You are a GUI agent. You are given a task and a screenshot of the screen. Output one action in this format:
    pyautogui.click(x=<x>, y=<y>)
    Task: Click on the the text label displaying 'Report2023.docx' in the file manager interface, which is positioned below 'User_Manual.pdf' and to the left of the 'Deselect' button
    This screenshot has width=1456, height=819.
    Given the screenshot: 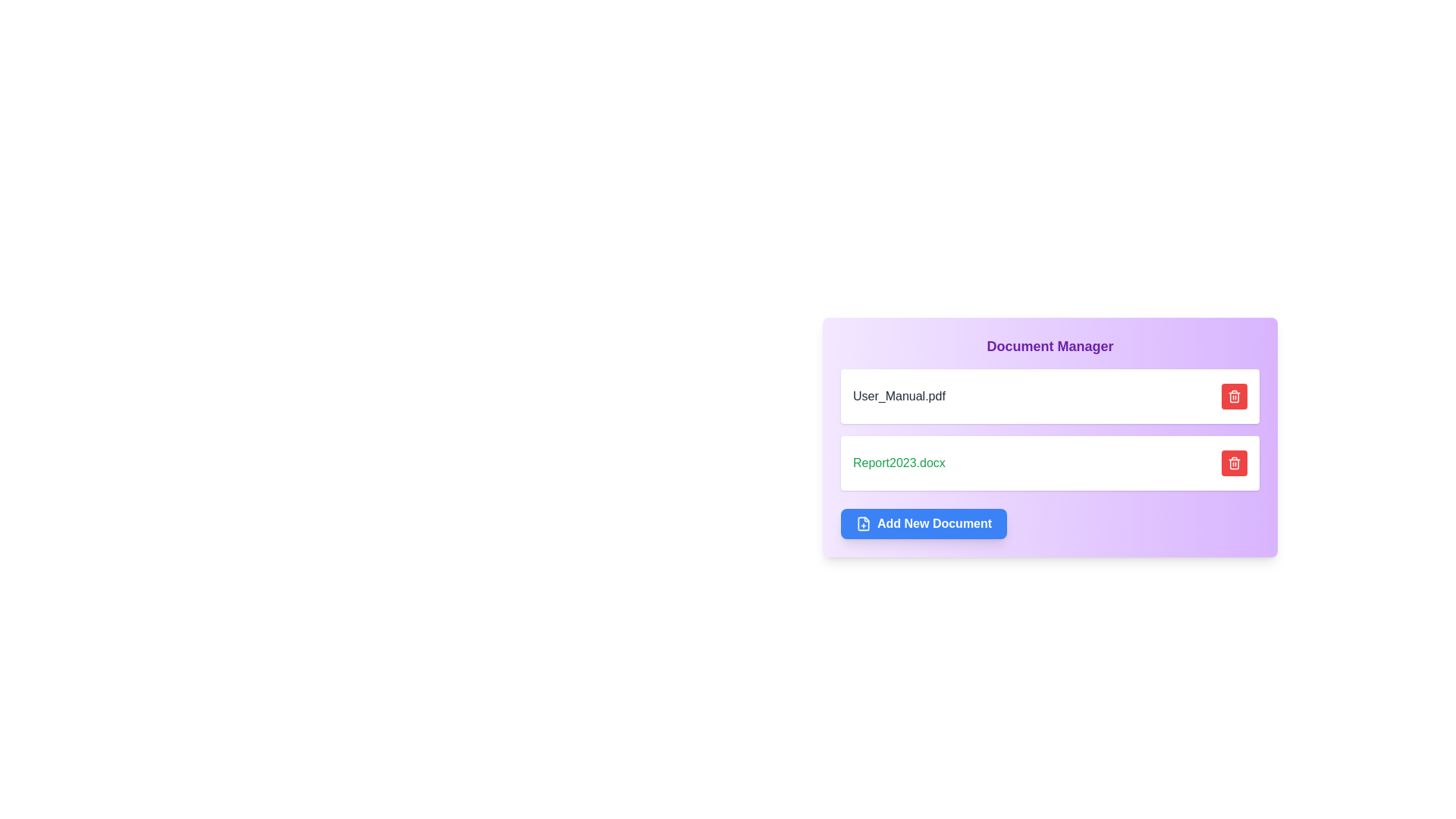 What is the action you would take?
    pyautogui.click(x=899, y=462)
    